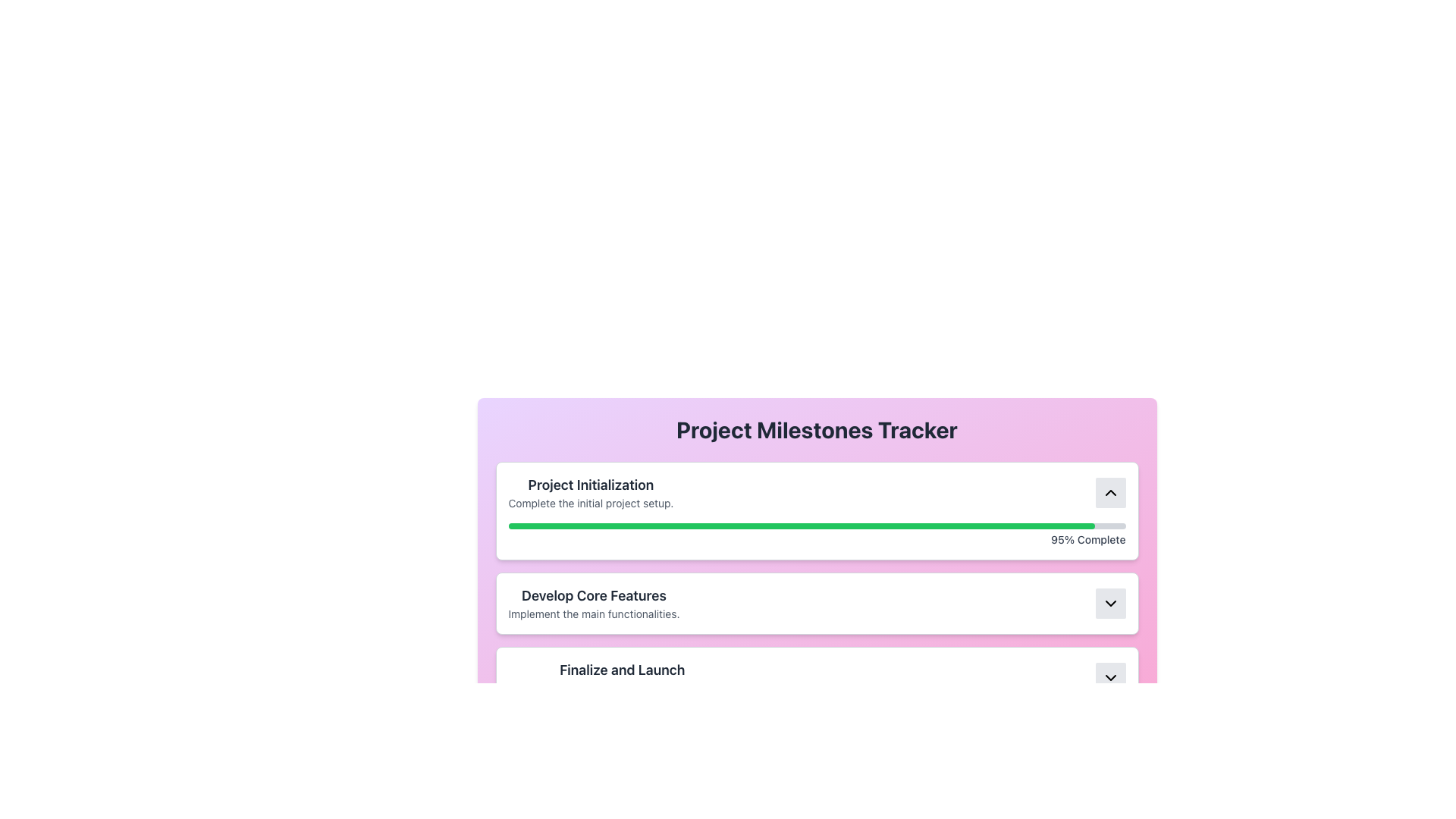  I want to click on the text label that serves as the title or heading for the task or milestone, located at the top-left of the card, so click(590, 485).